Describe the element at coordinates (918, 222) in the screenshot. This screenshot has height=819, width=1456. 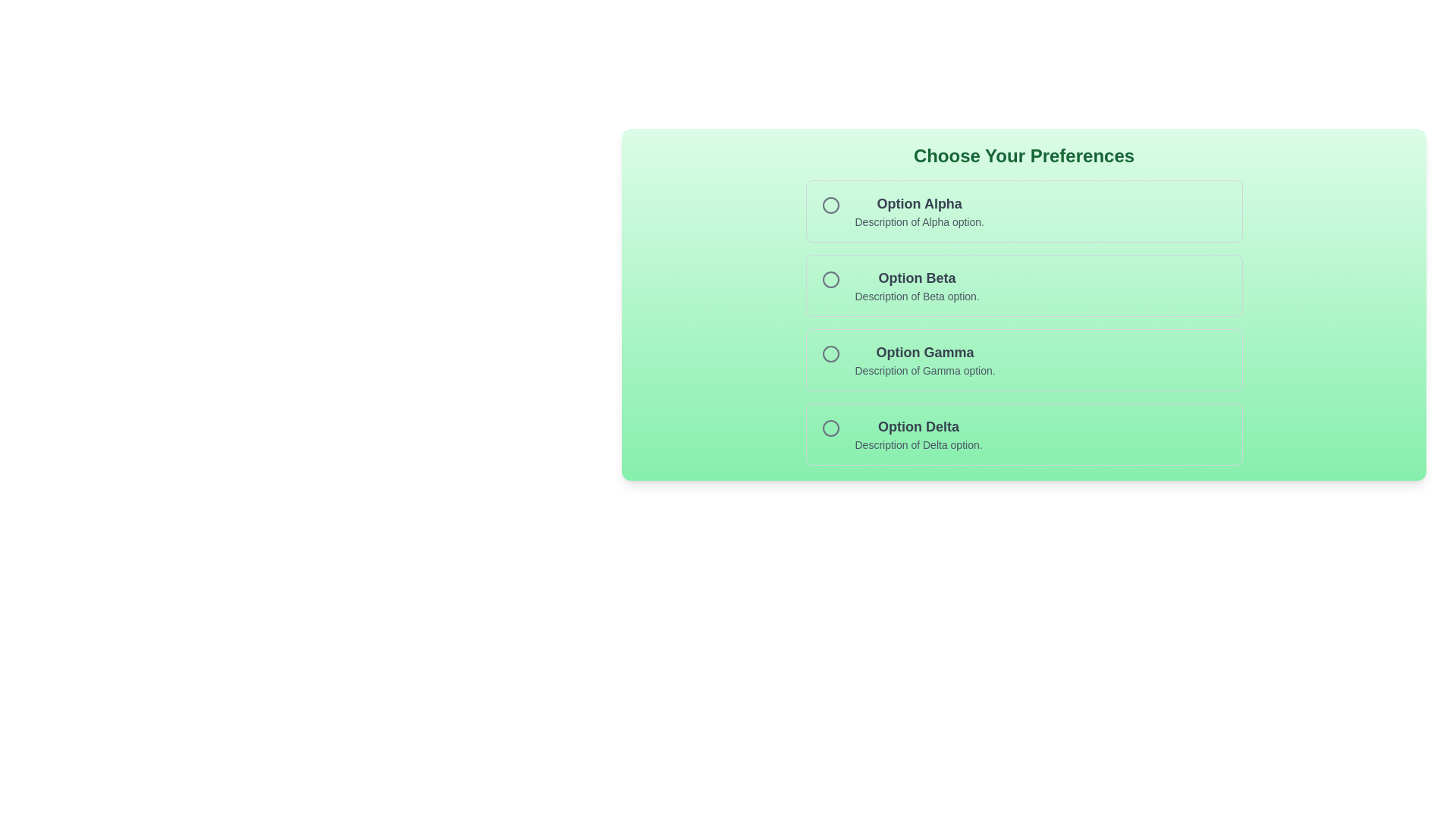
I see `the text label that reads 'Description of Alpha option', which is styled in a smaller gray font and positioned just below the bold label 'Option Alpha'` at that location.